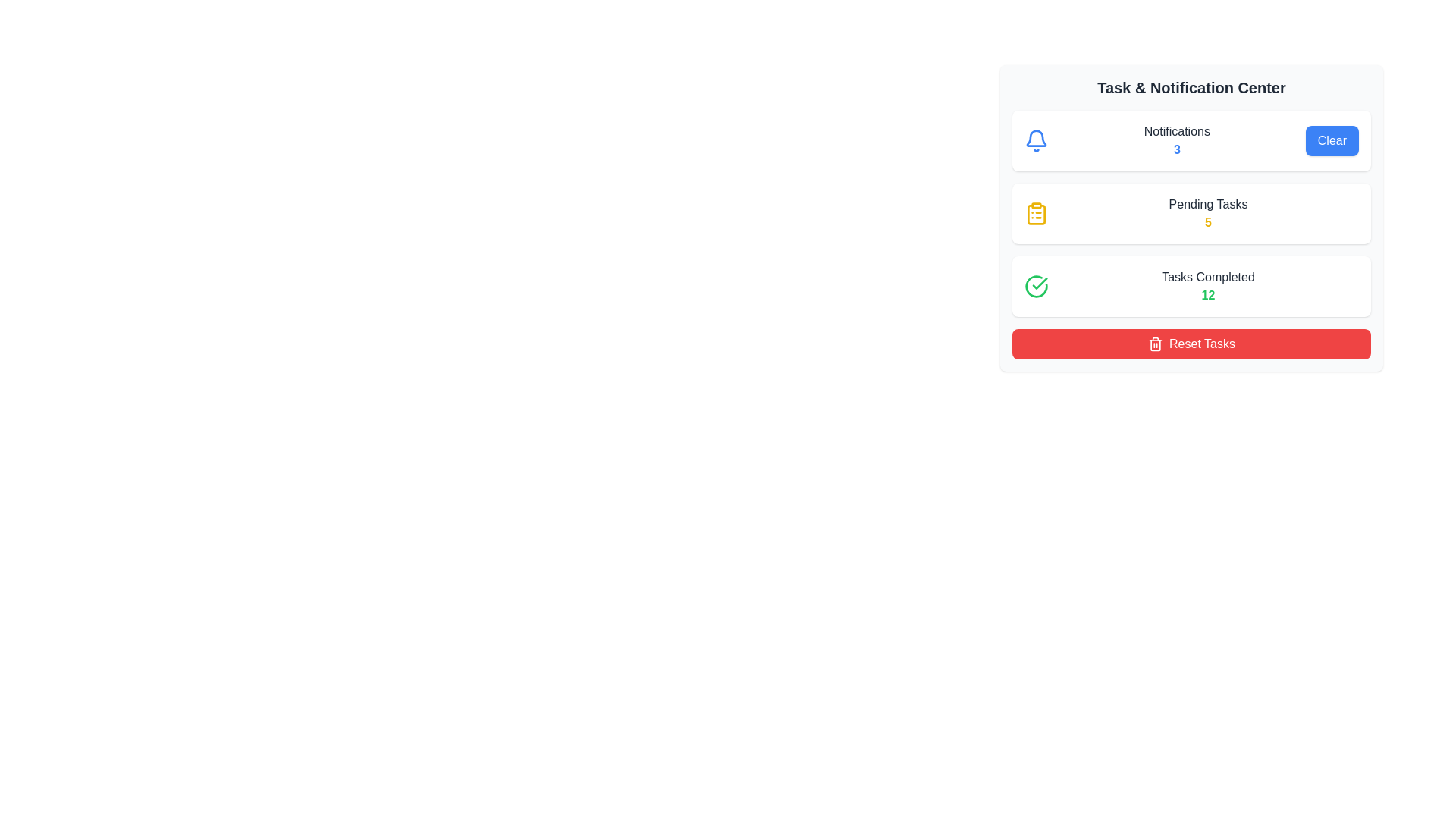 This screenshot has width=1456, height=819. I want to click on the 'Reset Tasks' button which contains the icon on the left side, located at the bottom of the task panel, so click(1155, 344).